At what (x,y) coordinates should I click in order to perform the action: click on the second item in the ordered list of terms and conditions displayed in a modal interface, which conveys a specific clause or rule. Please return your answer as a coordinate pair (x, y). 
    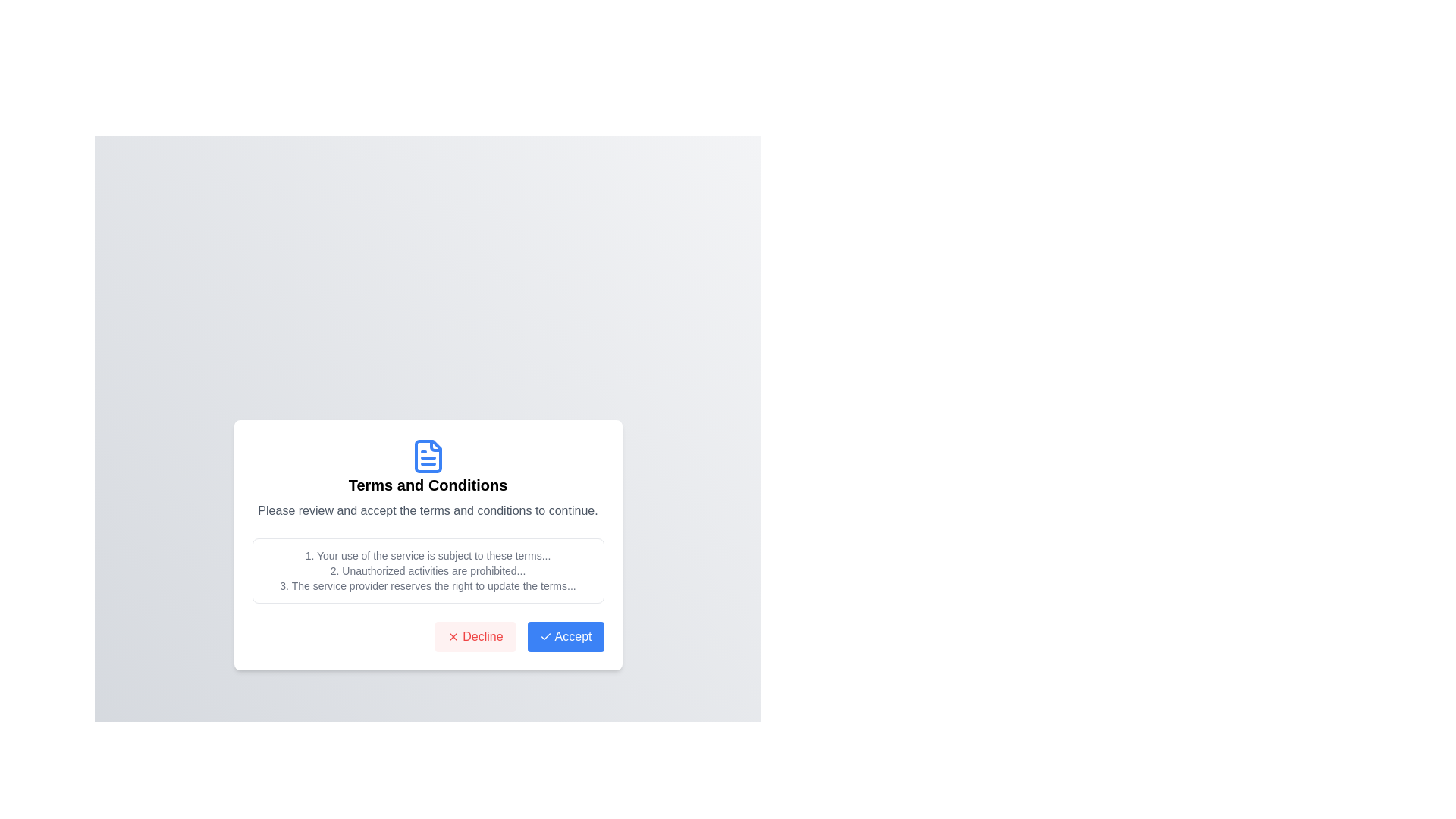
    Looking at the image, I should click on (427, 570).